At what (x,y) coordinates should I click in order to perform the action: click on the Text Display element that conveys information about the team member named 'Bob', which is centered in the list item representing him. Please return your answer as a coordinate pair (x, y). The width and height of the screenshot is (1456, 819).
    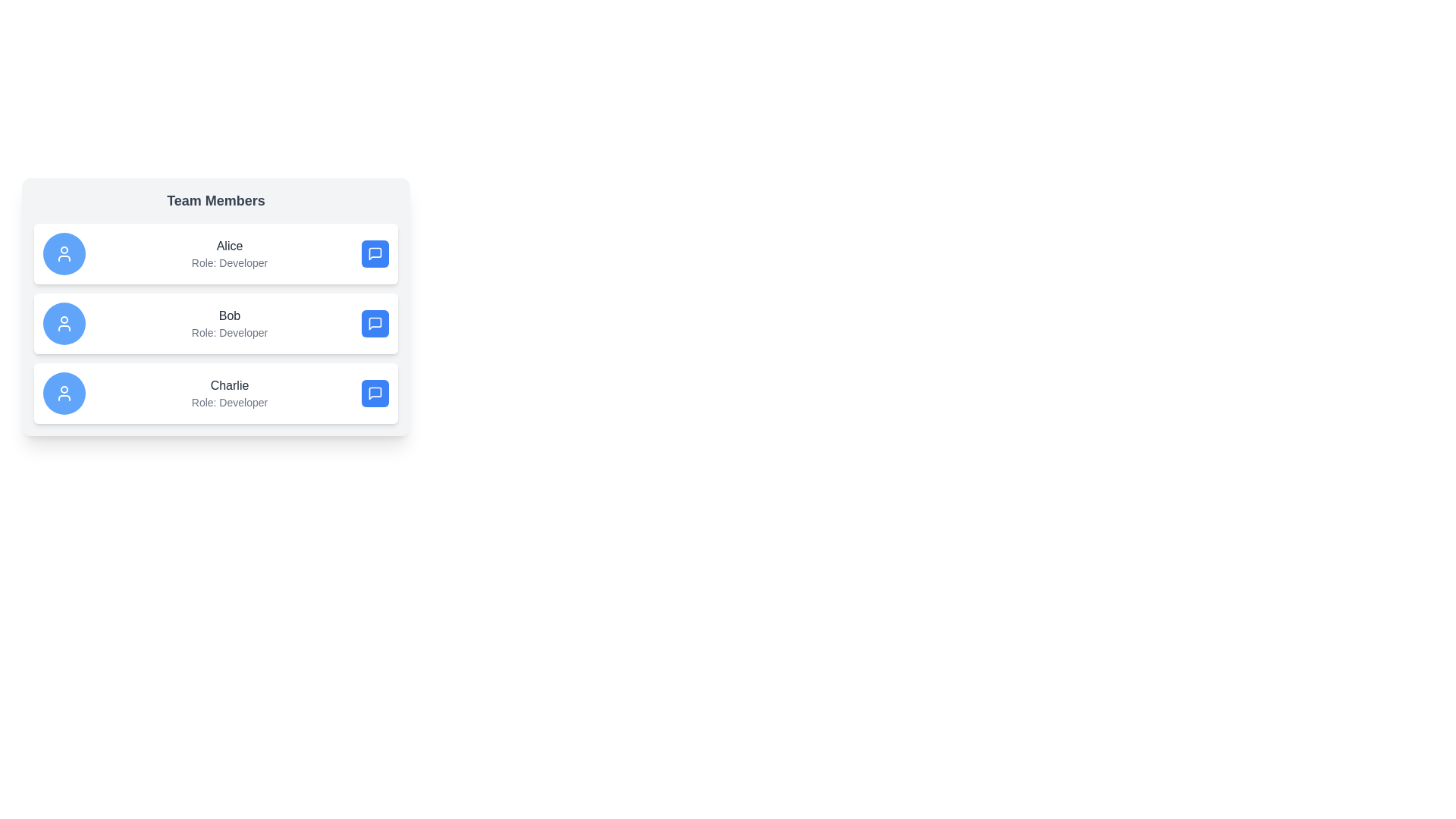
    Looking at the image, I should click on (228, 323).